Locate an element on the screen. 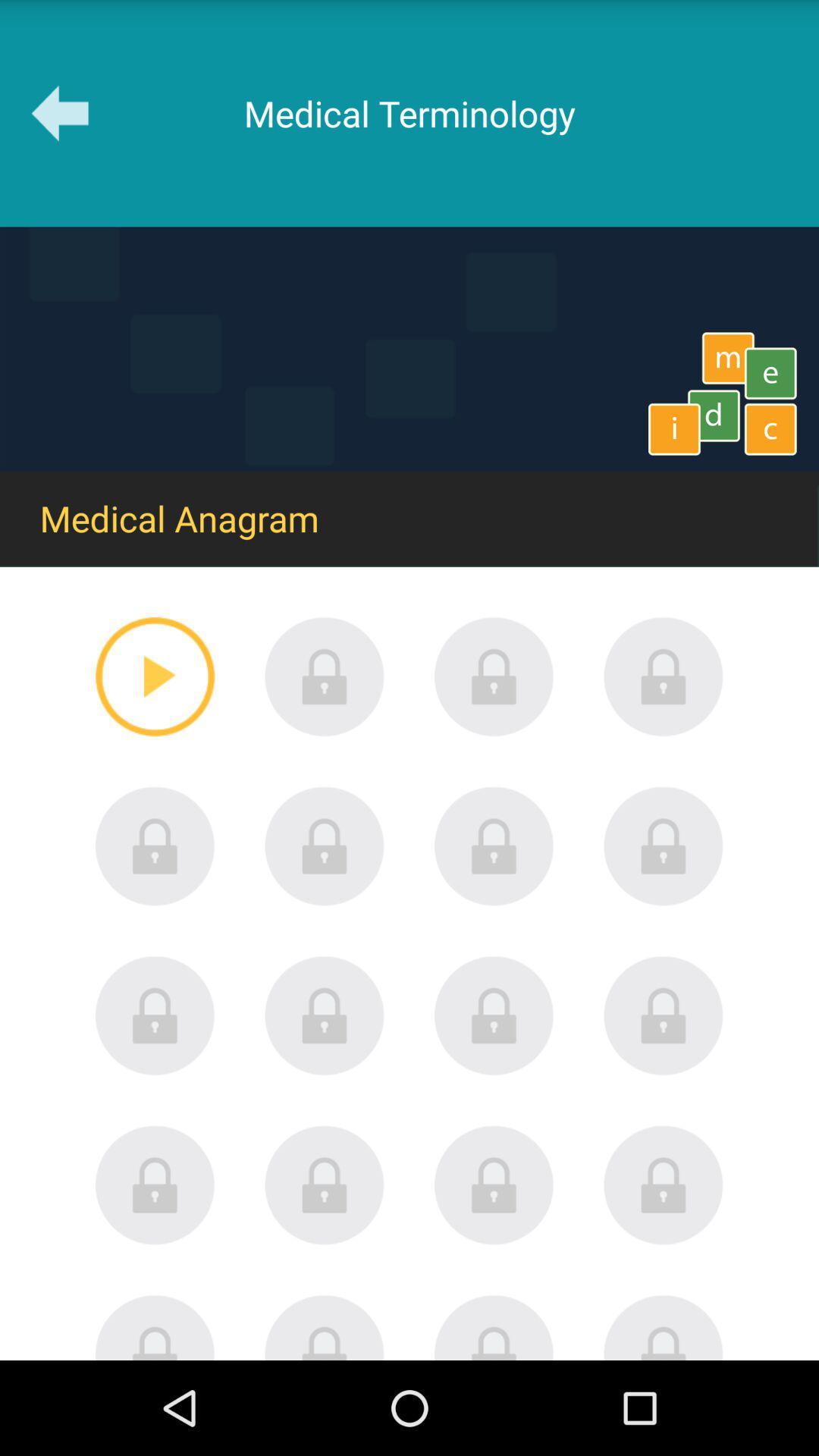 This screenshot has height=1456, width=819. lock the option is located at coordinates (155, 1326).